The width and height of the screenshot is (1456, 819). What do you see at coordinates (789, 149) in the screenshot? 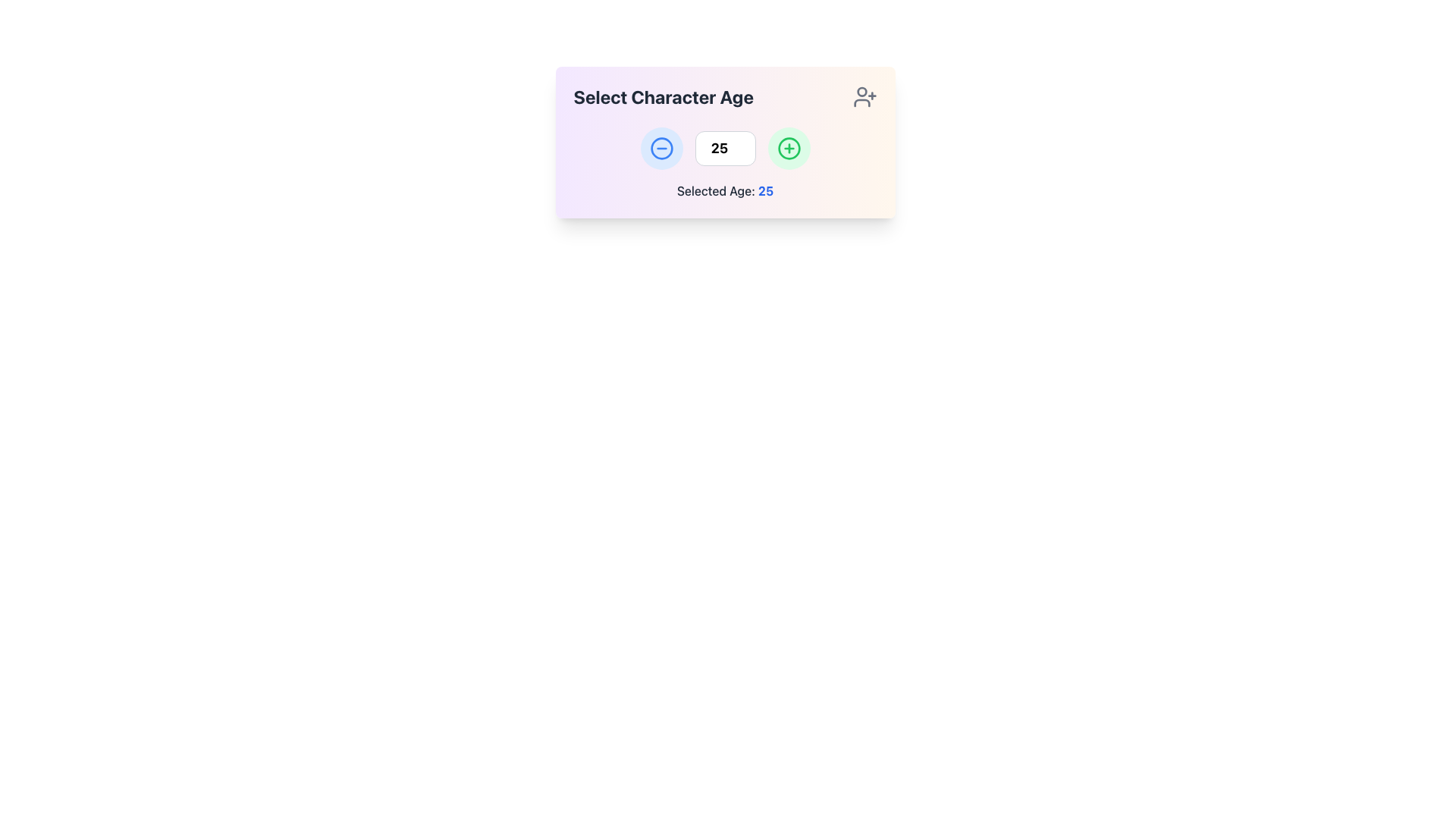
I see `the third button located to the right of the number input field displaying '25' to increment its value` at bounding box center [789, 149].